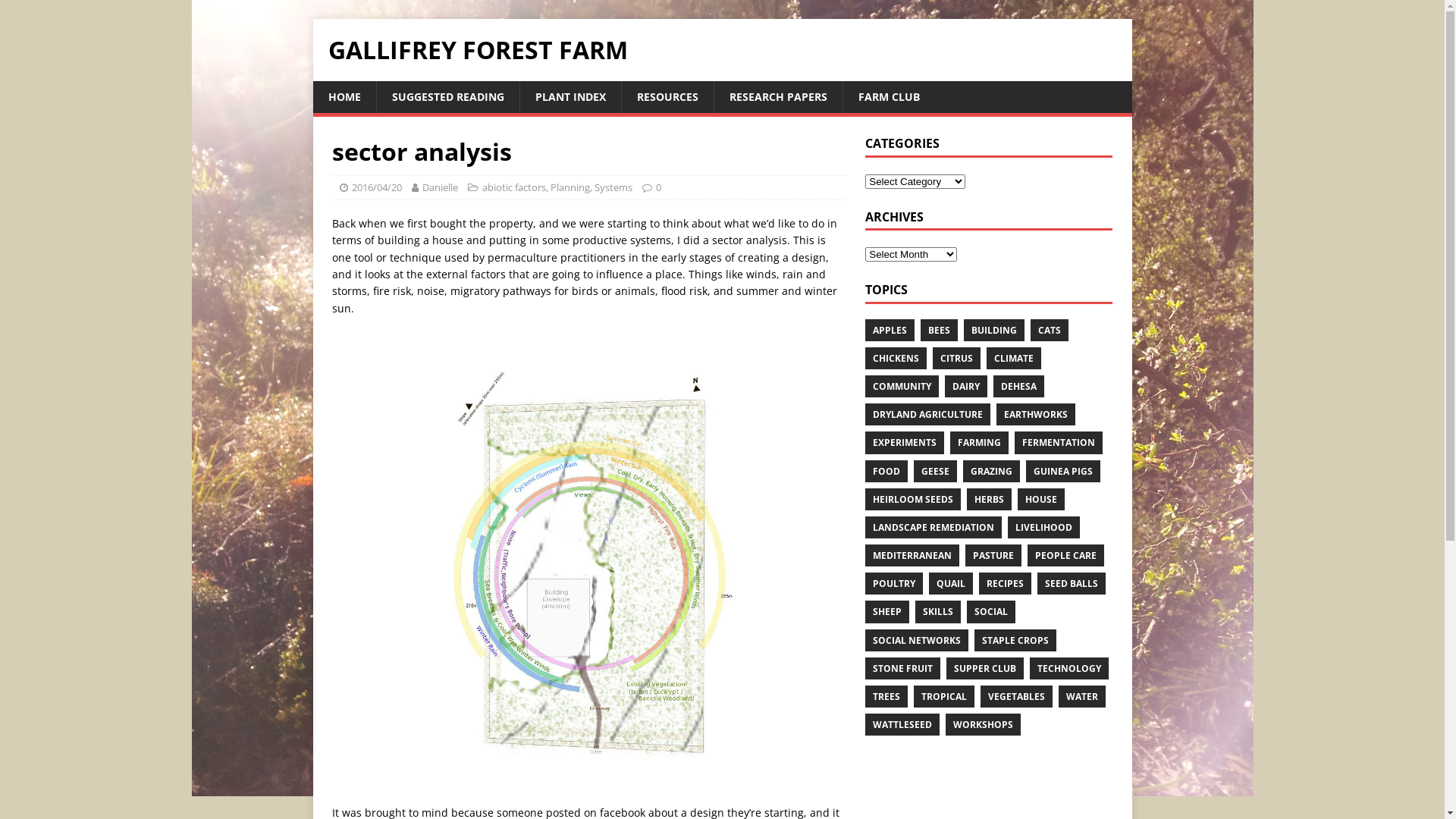 This screenshot has width=1456, height=819. What do you see at coordinates (447, 96) in the screenshot?
I see `'SUGGESTED READING'` at bounding box center [447, 96].